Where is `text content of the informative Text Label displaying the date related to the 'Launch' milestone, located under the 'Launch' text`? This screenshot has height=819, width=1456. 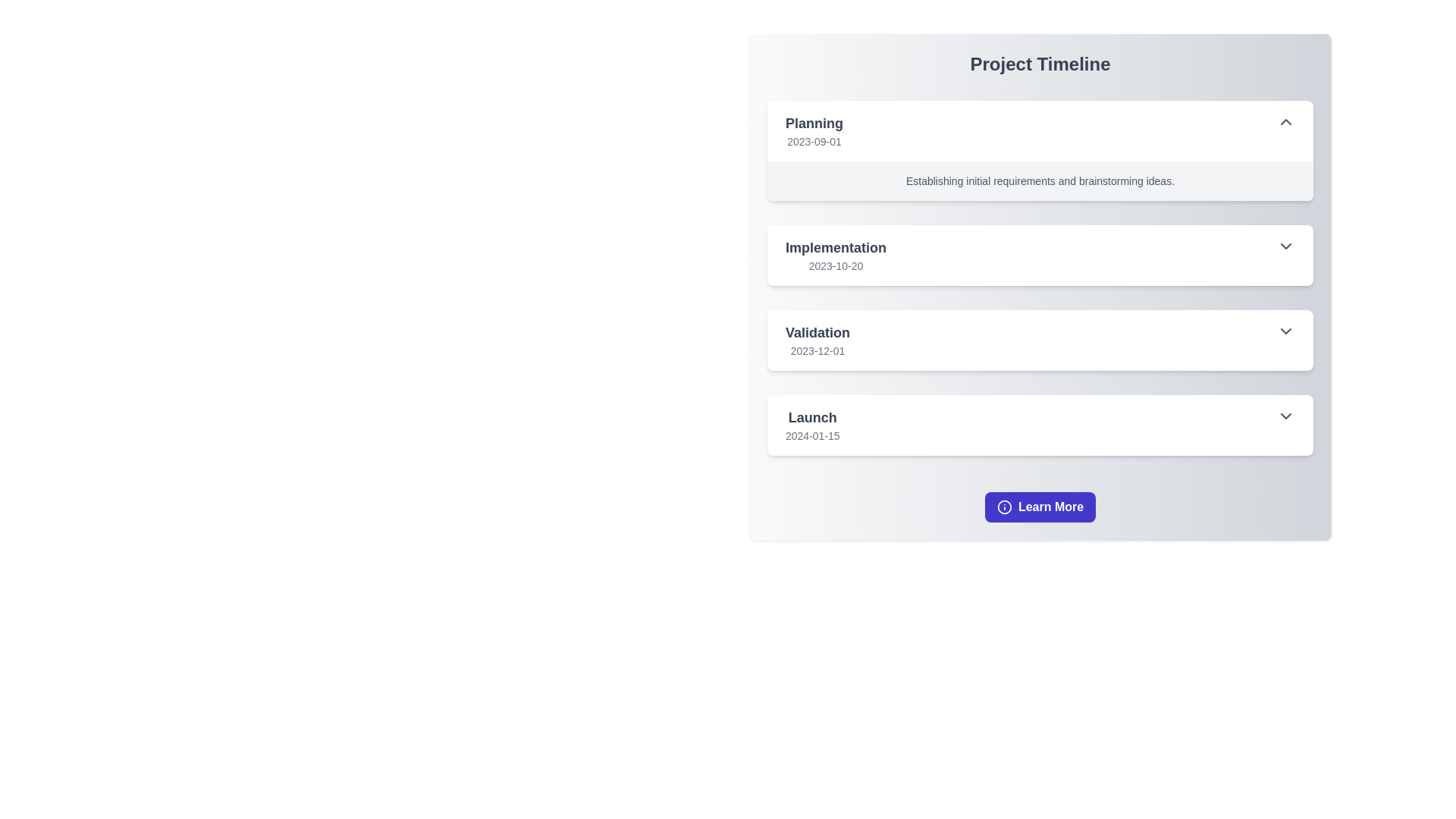
text content of the informative Text Label displaying the date related to the 'Launch' milestone, located under the 'Launch' text is located at coordinates (811, 435).